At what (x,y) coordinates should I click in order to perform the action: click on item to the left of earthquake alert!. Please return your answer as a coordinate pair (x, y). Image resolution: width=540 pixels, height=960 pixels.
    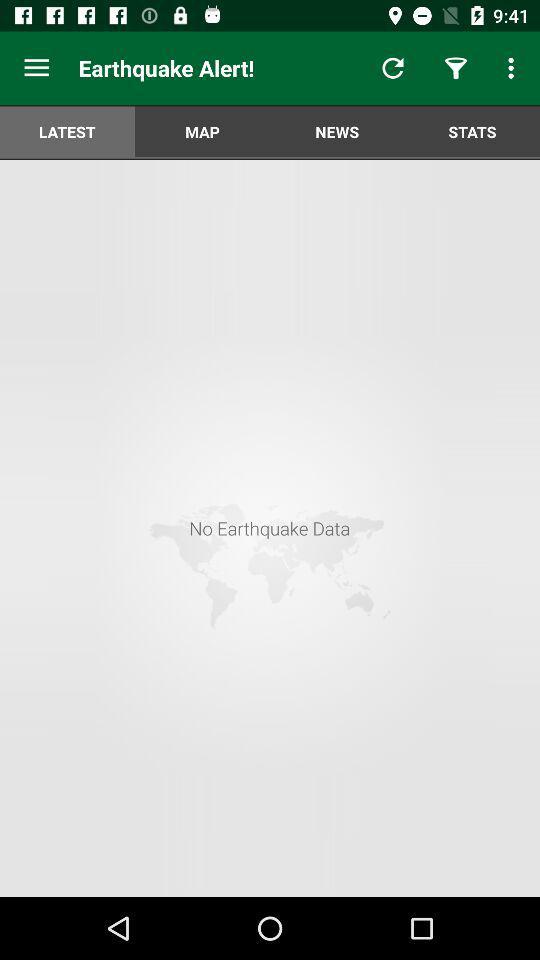
    Looking at the image, I should click on (36, 68).